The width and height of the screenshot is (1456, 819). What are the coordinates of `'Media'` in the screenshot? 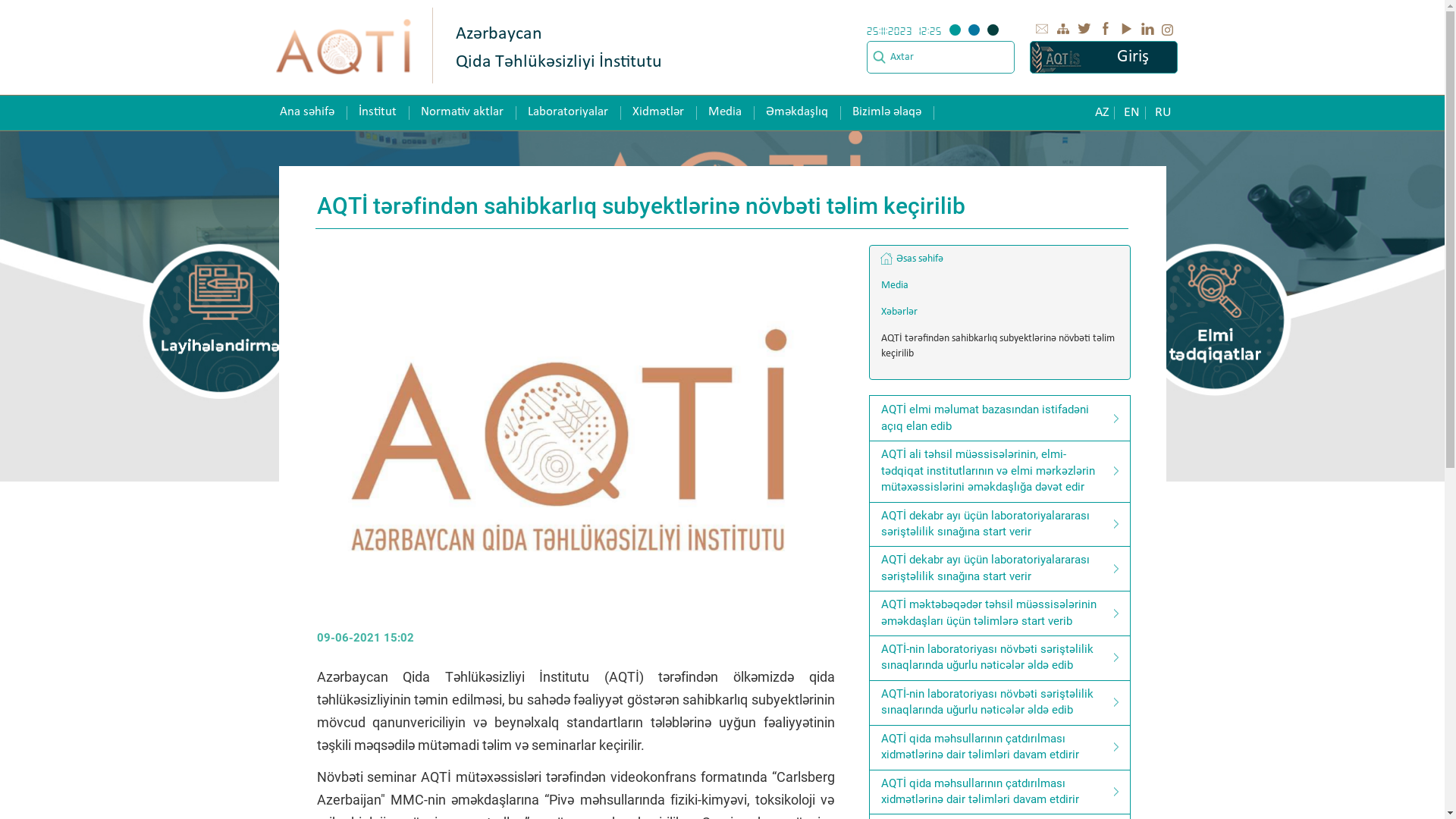 It's located at (999, 286).